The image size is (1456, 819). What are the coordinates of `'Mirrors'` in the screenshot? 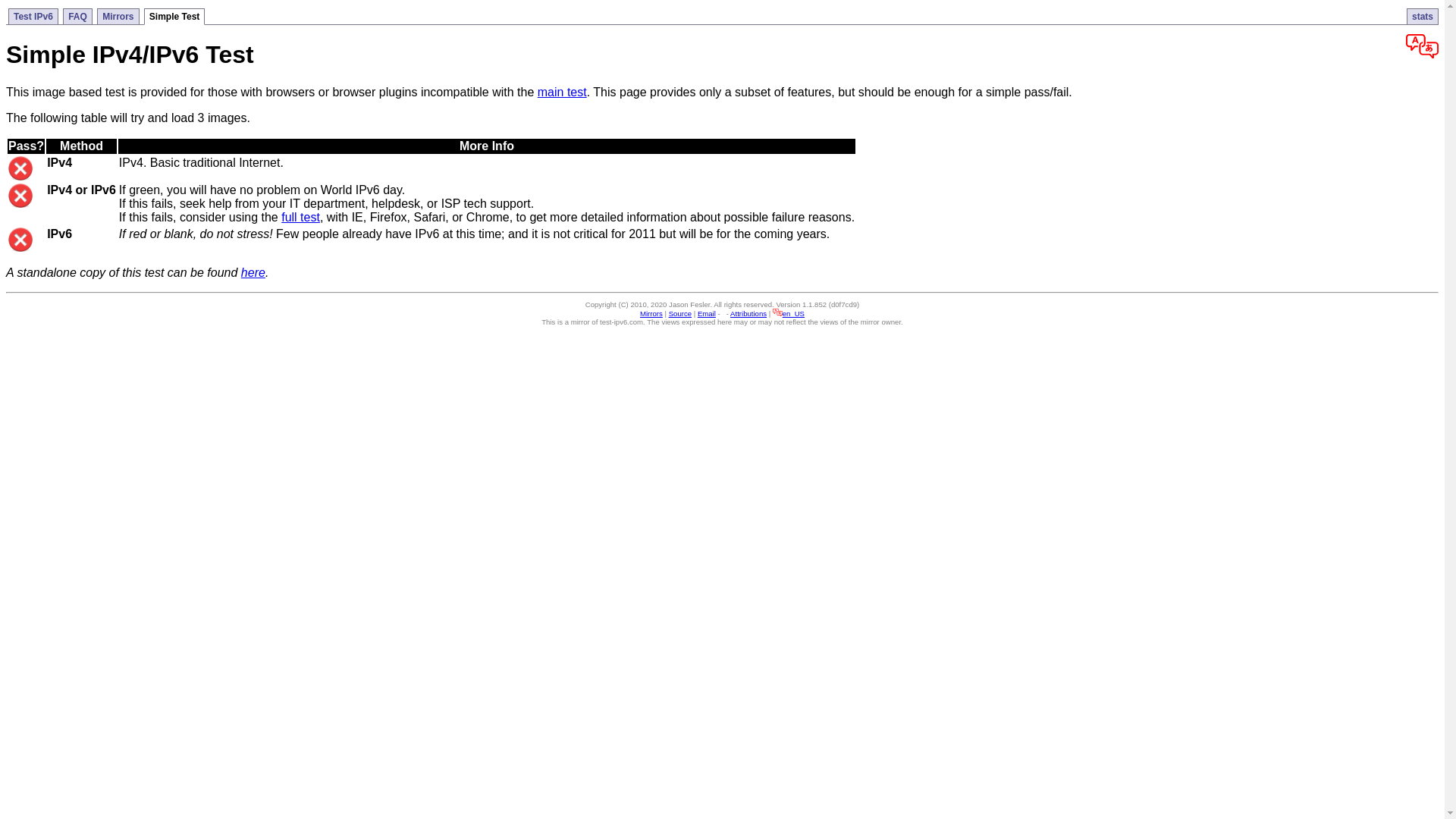 It's located at (640, 312).